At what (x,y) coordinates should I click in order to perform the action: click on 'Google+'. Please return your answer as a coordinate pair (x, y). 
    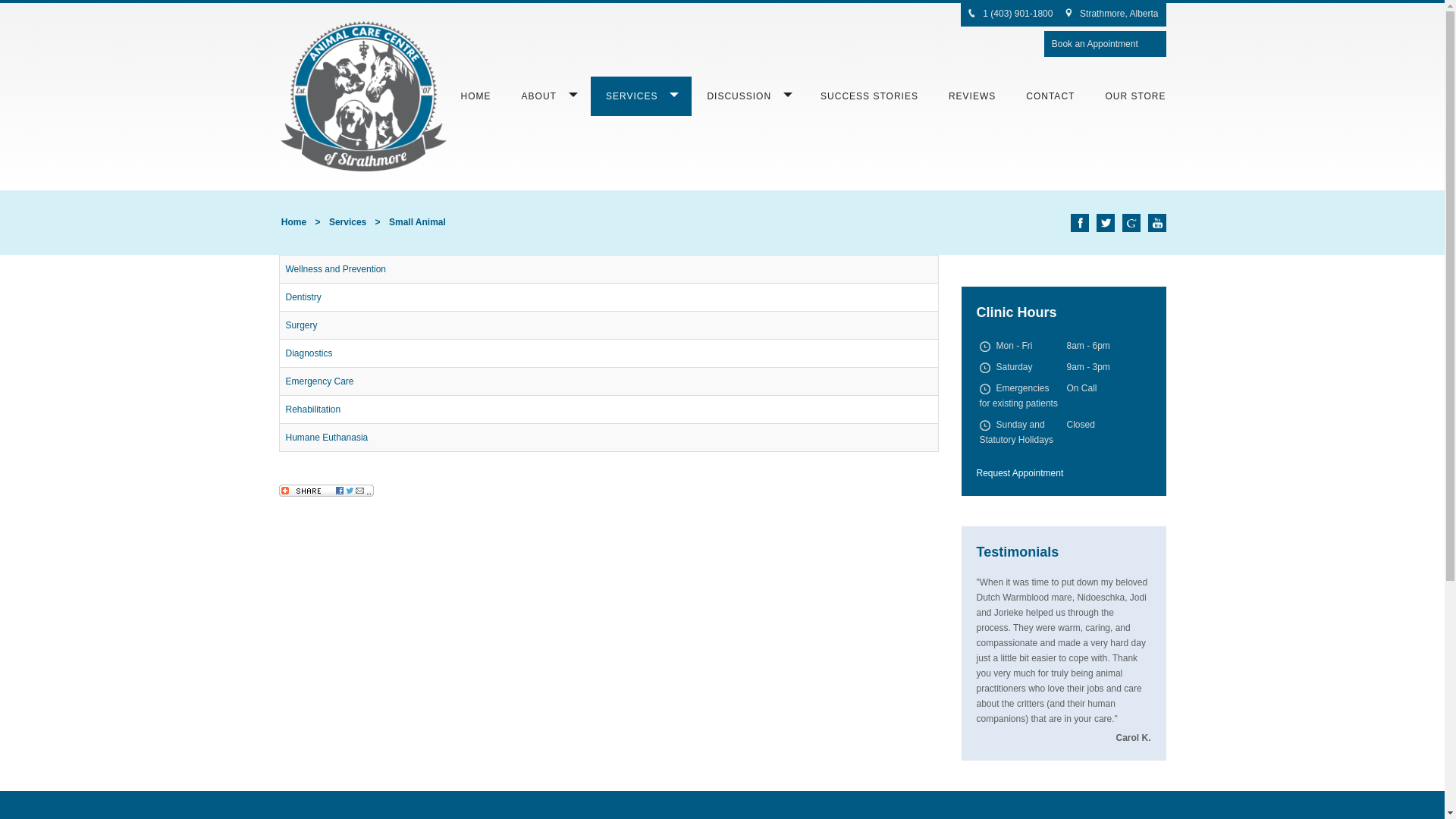
    Looking at the image, I should click on (1131, 222).